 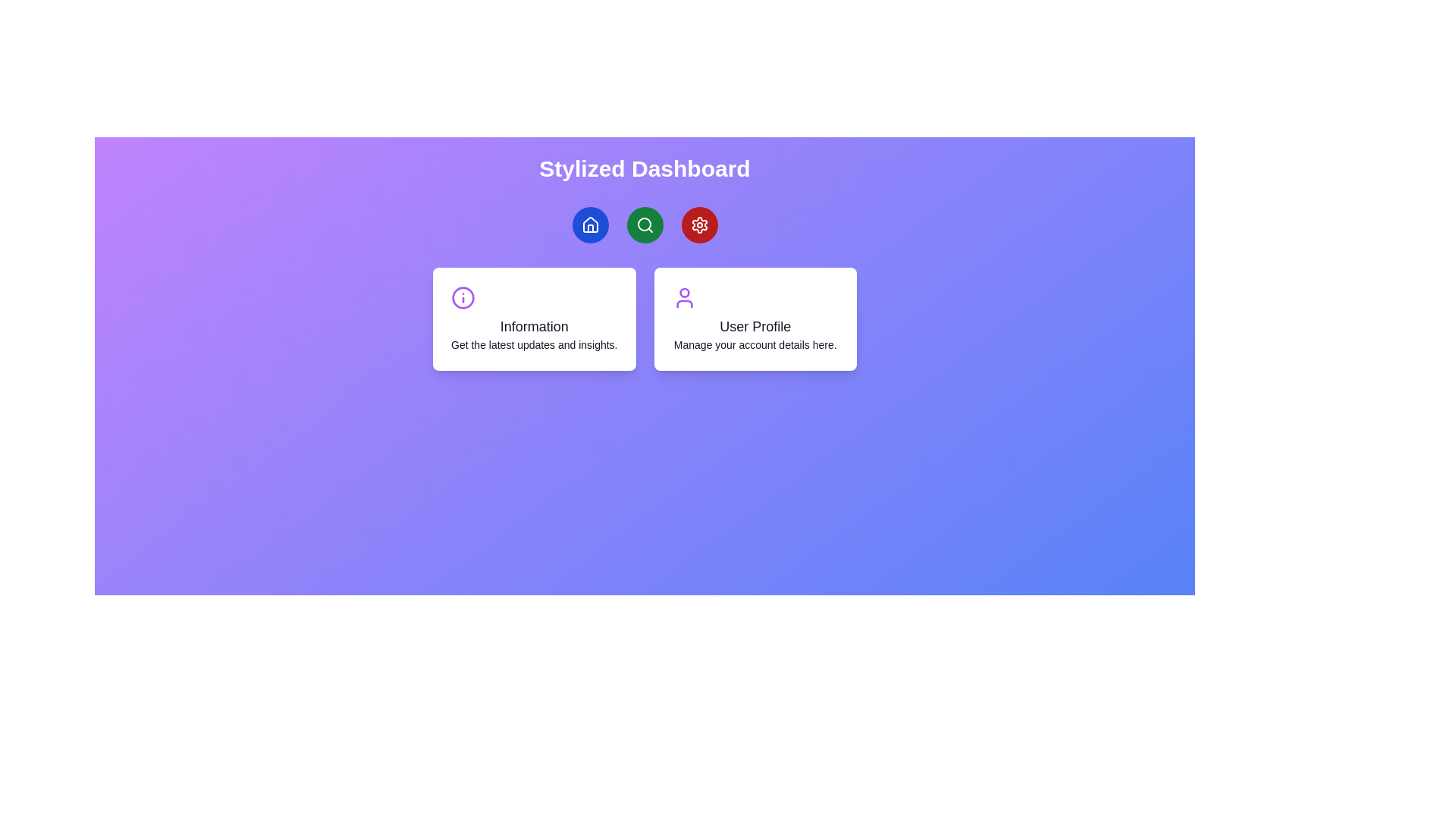 I want to click on the second circular button in the row above the 'Information' and 'User Profile' cards to initiate a search action, so click(x=645, y=225).